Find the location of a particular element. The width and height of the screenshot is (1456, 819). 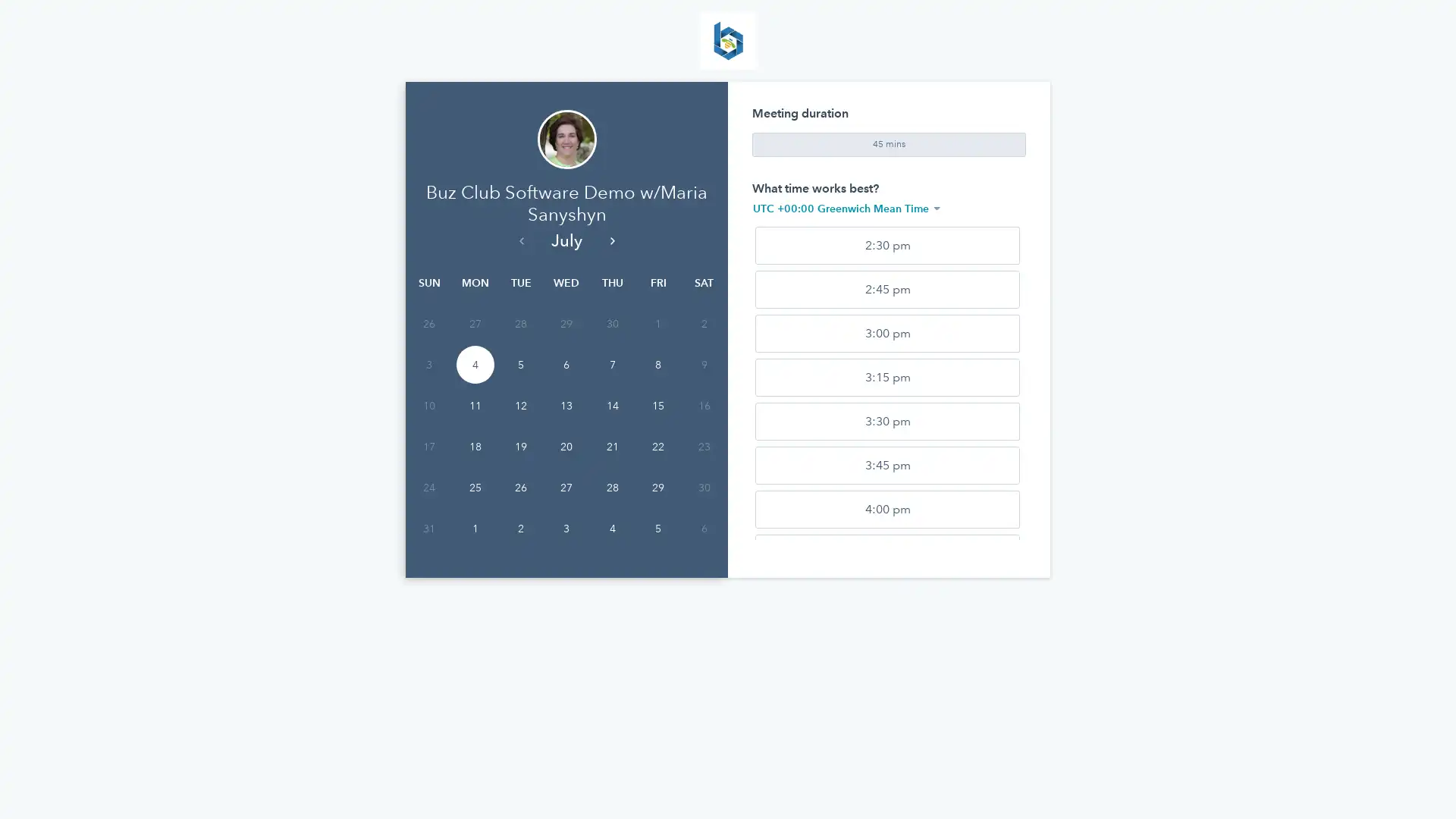

July 22nd is located at coordinates (658, 446).